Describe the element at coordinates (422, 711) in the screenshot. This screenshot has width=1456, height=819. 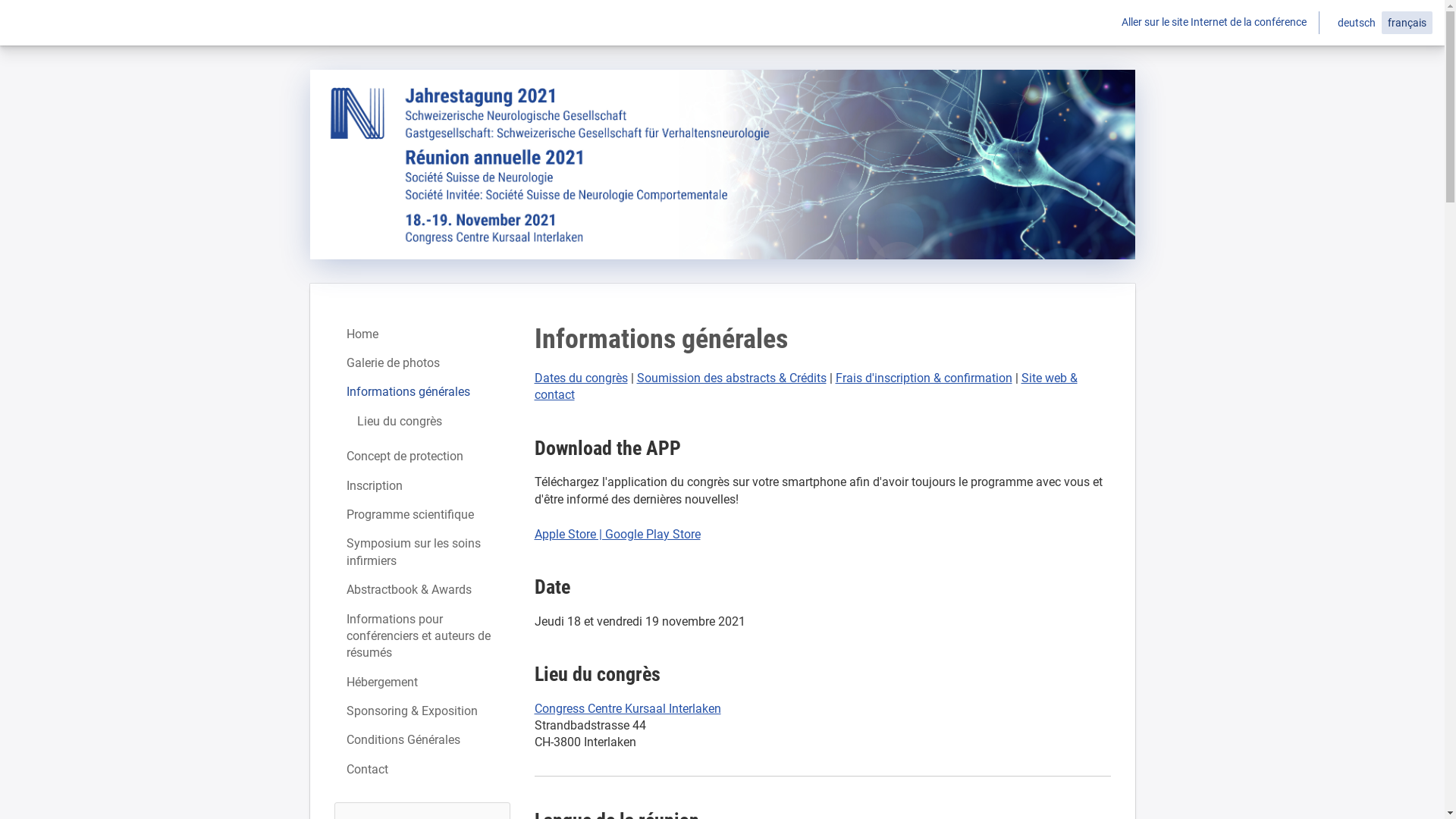
I see `'Sponsoring & Exposition'` at that location.